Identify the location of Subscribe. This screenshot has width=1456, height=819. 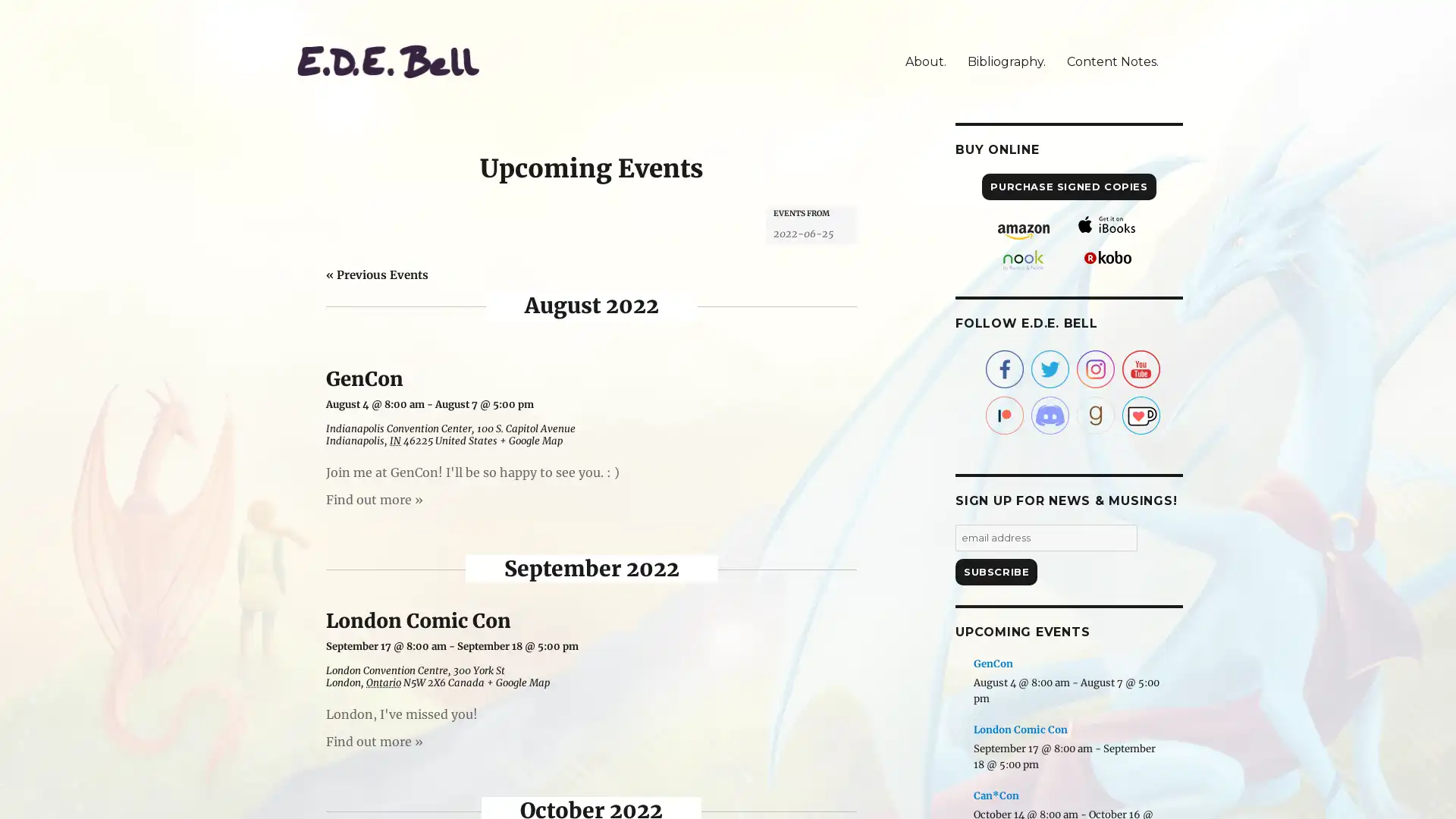
(996, 572).